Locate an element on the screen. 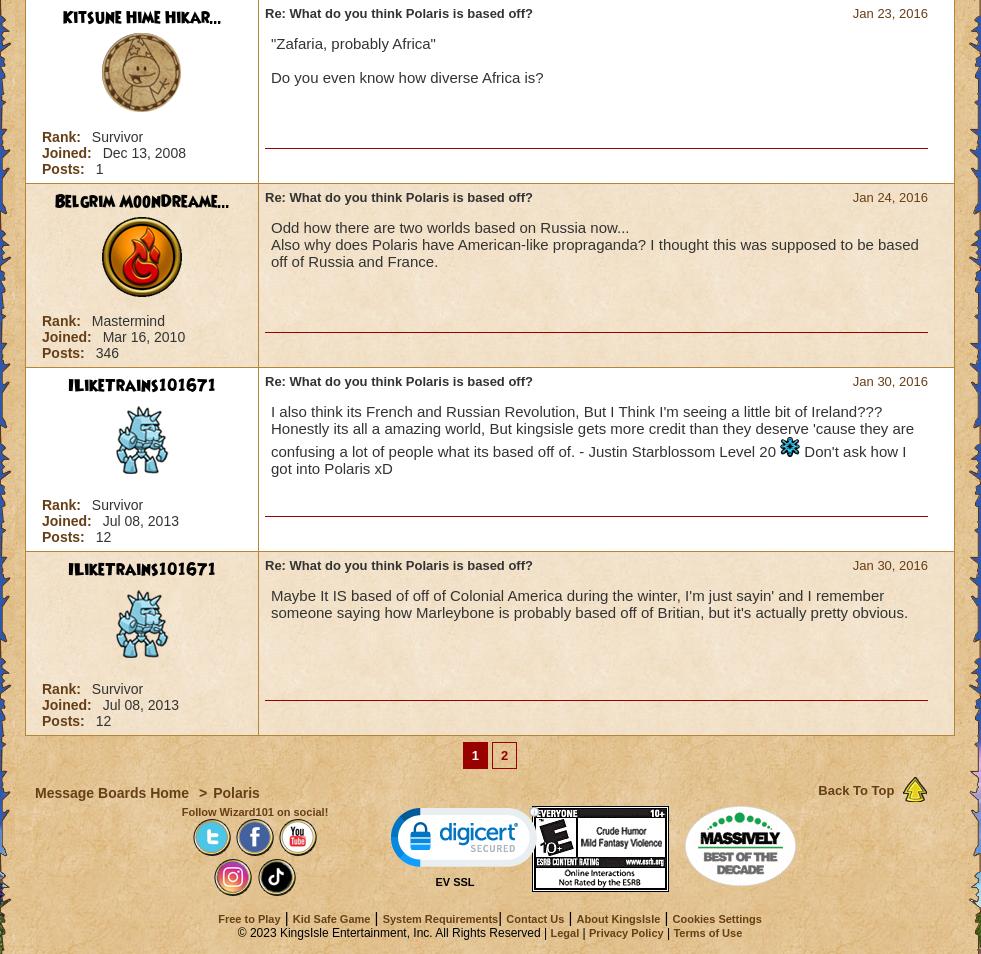 This screenshot has width=981, height=954. 'Contact Us' is located at coordinates (535, 918).